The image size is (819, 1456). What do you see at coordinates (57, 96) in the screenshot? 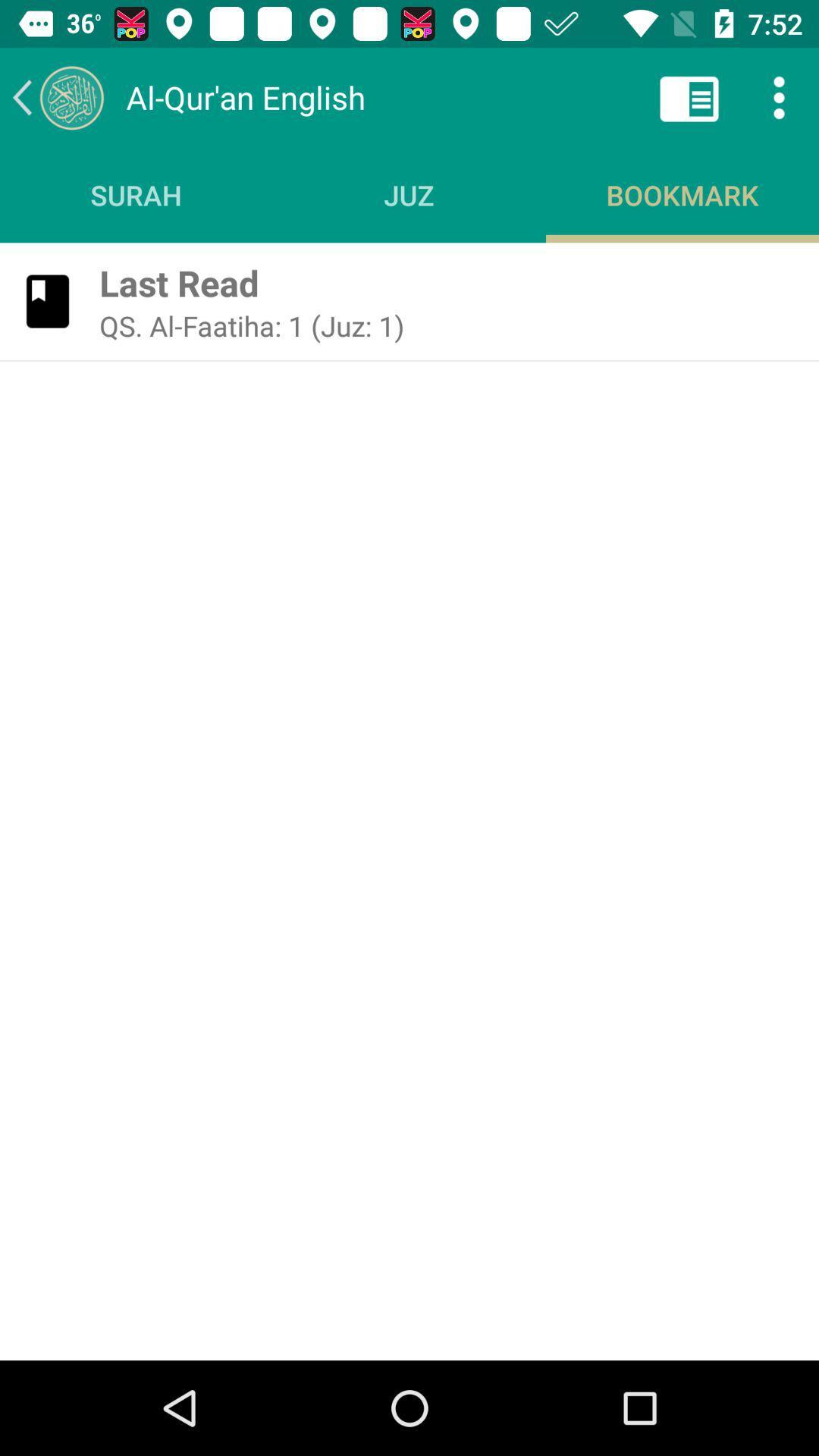
I see `the icon above the surah icon` at bounding box center [57, 96].